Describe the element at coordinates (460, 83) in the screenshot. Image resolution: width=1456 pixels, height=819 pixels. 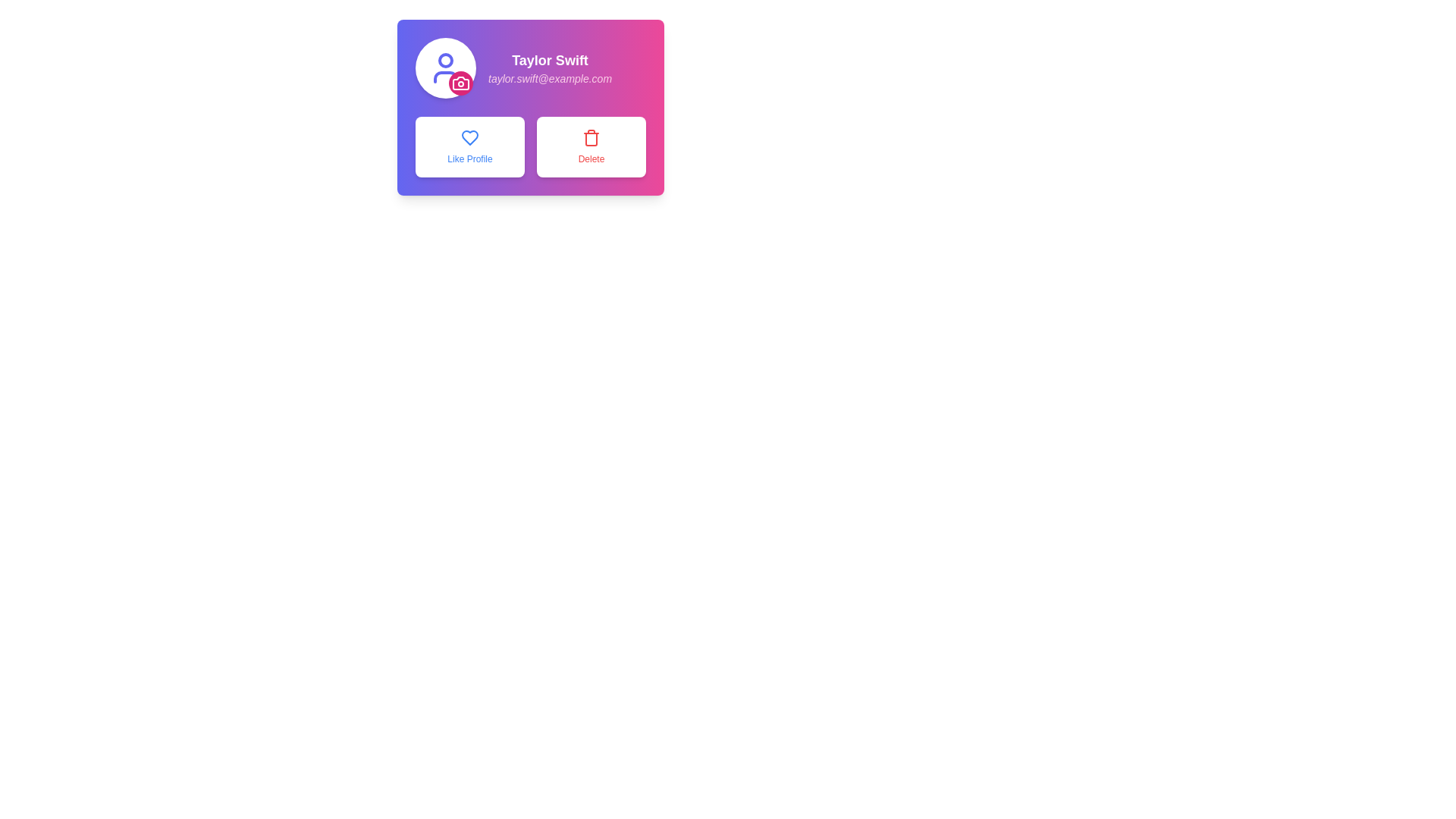
I see `the pink circular button with an SVG camera icon located at the bottom-right corner of the user card to upload or select a new image` at that location.